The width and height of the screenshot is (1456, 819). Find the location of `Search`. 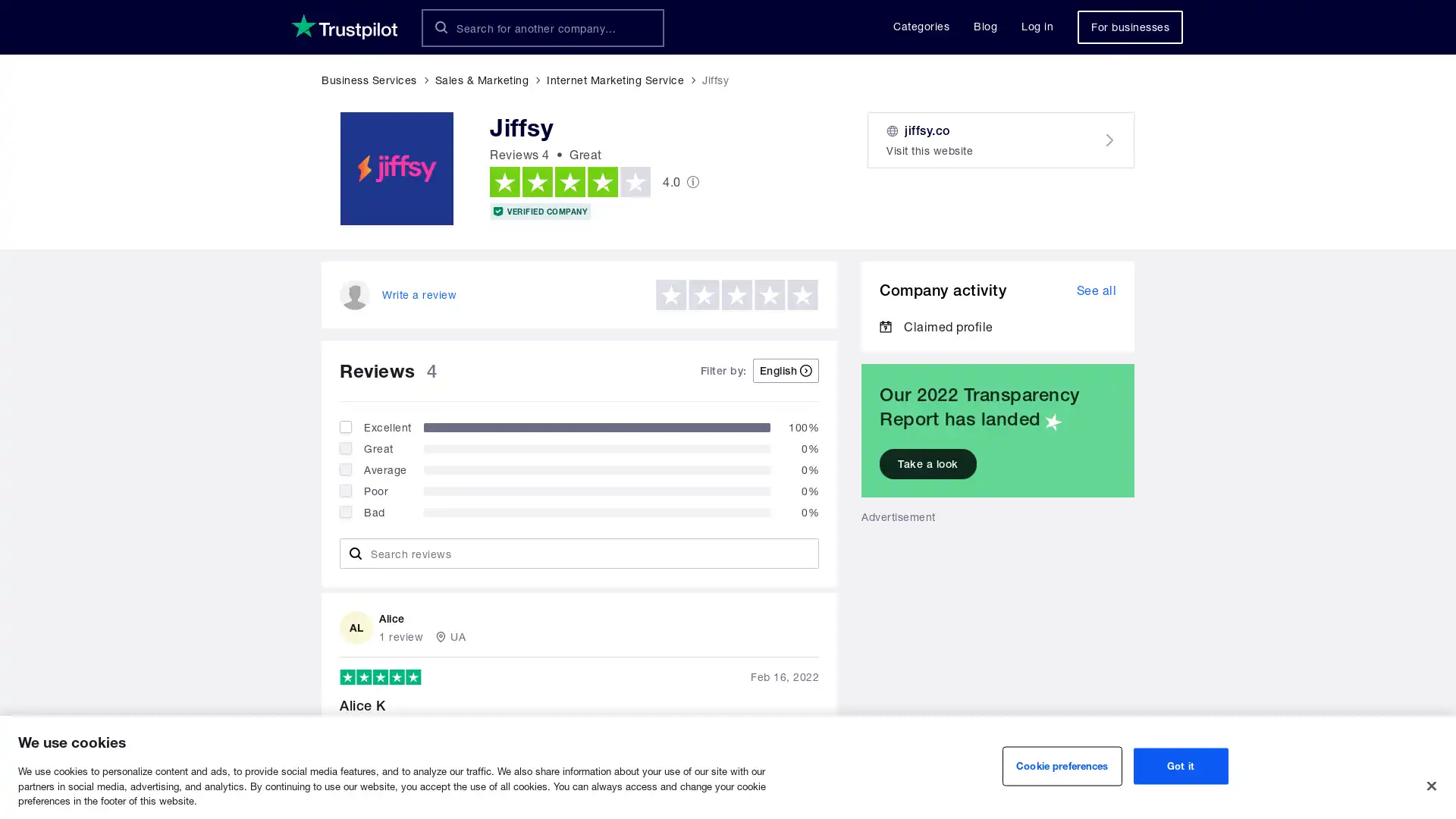

Search is located at coordinates (440, 27).